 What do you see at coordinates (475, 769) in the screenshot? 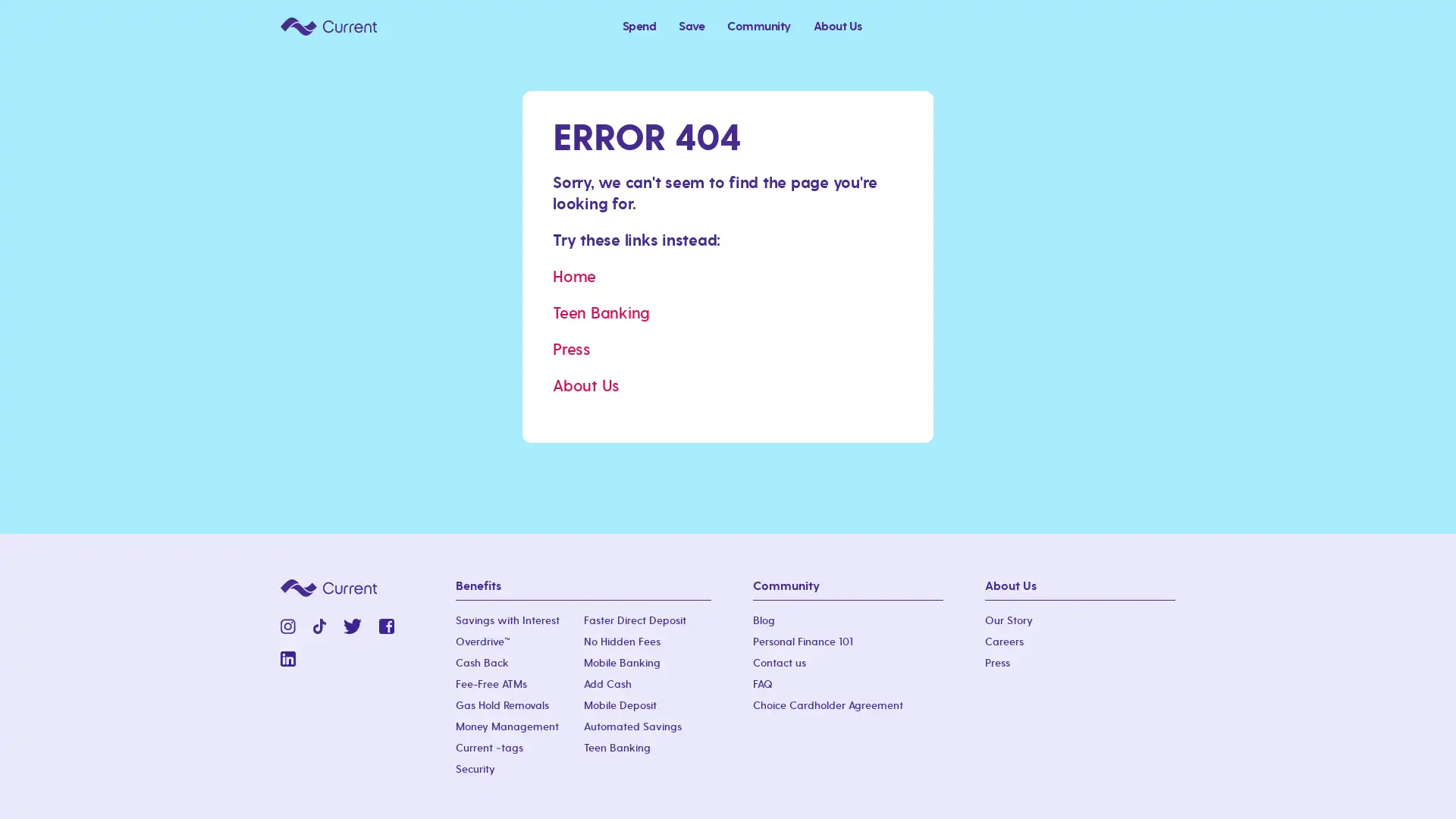
I see `Security` at bounding box center [475, 769].